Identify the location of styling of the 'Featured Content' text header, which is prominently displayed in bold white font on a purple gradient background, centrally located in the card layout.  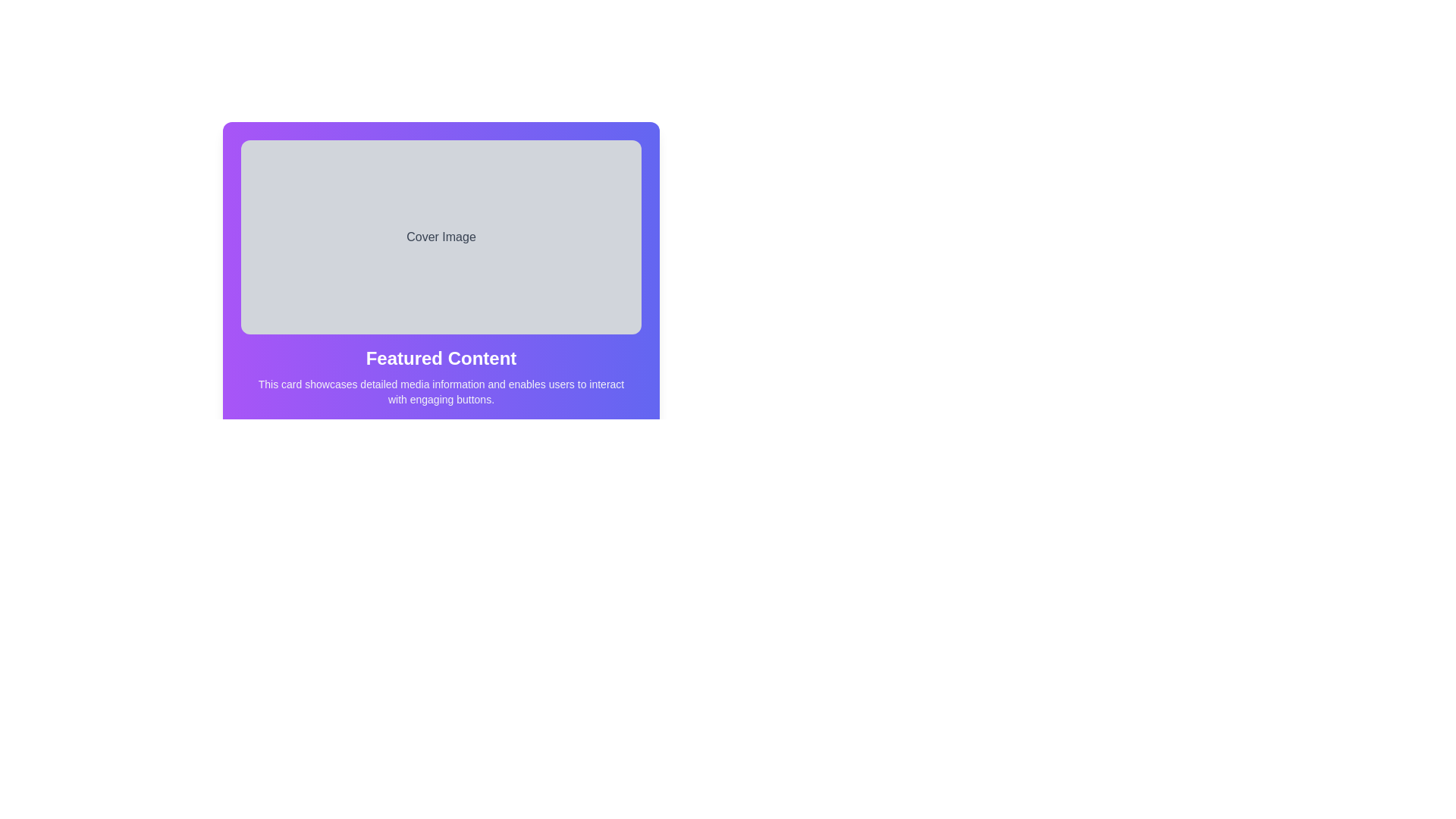
(440, 359).